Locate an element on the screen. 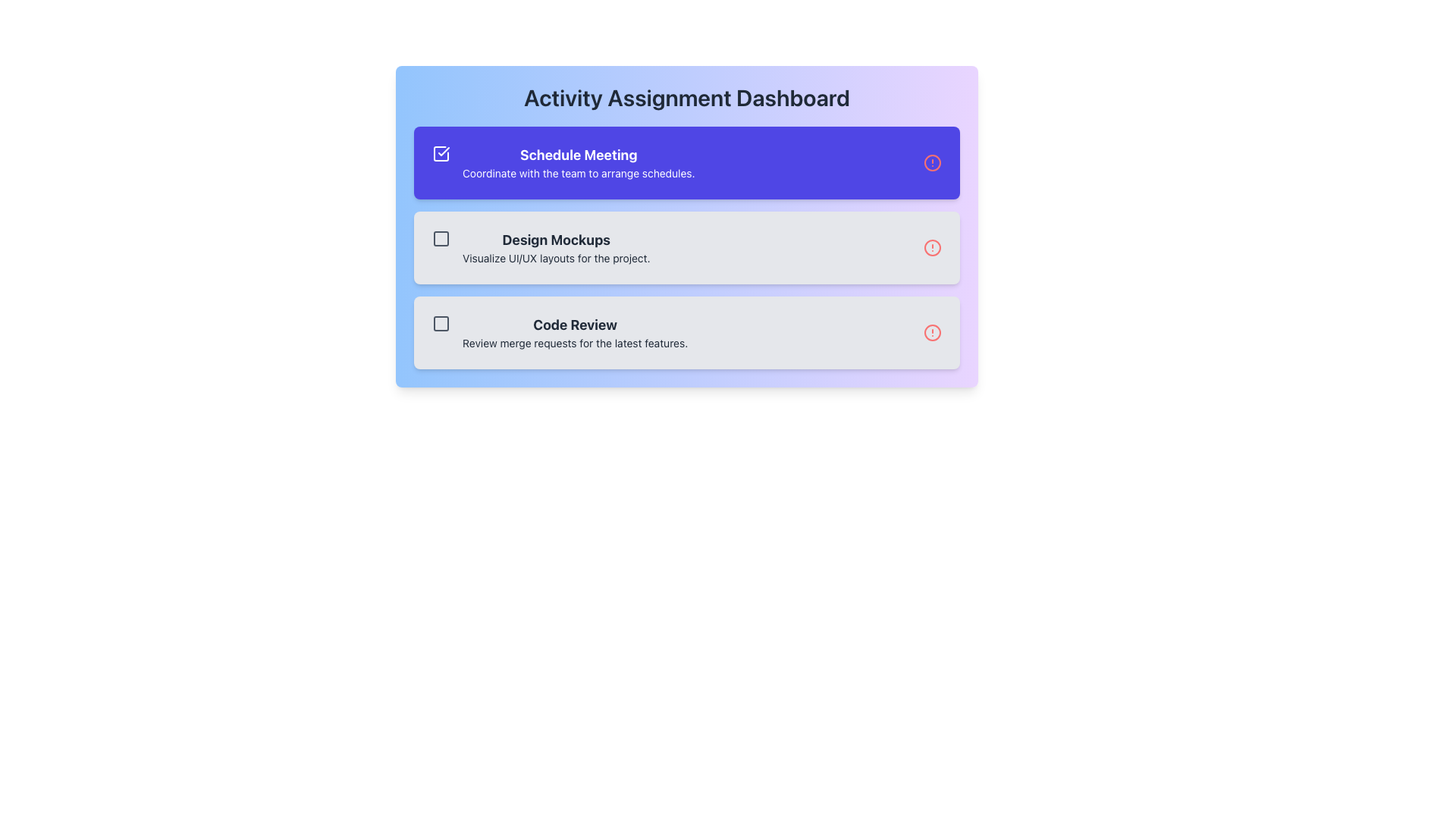 The width and height of the screenshot is (1456, 819). the SVG graphical element representing the checkbox for the second task item labeled 'Design Mockups' is located at coordinates (440, 239).